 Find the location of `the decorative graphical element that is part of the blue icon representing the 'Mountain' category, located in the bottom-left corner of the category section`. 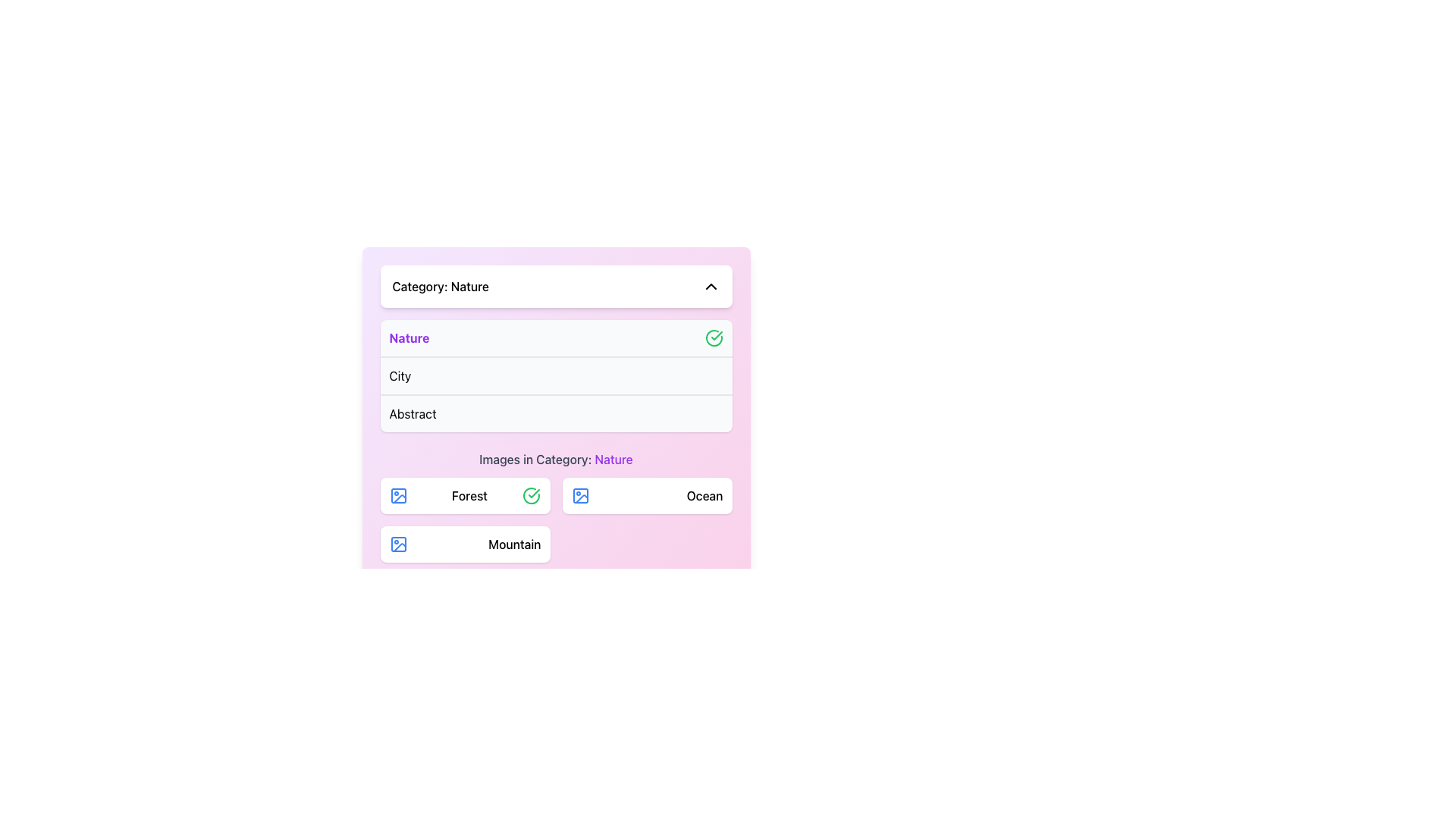

the decorative graphical element that is part of the blue icon representing the 'Mountain' category, located in the bottom-left corner of the category section is located at coordinates (398, 543).